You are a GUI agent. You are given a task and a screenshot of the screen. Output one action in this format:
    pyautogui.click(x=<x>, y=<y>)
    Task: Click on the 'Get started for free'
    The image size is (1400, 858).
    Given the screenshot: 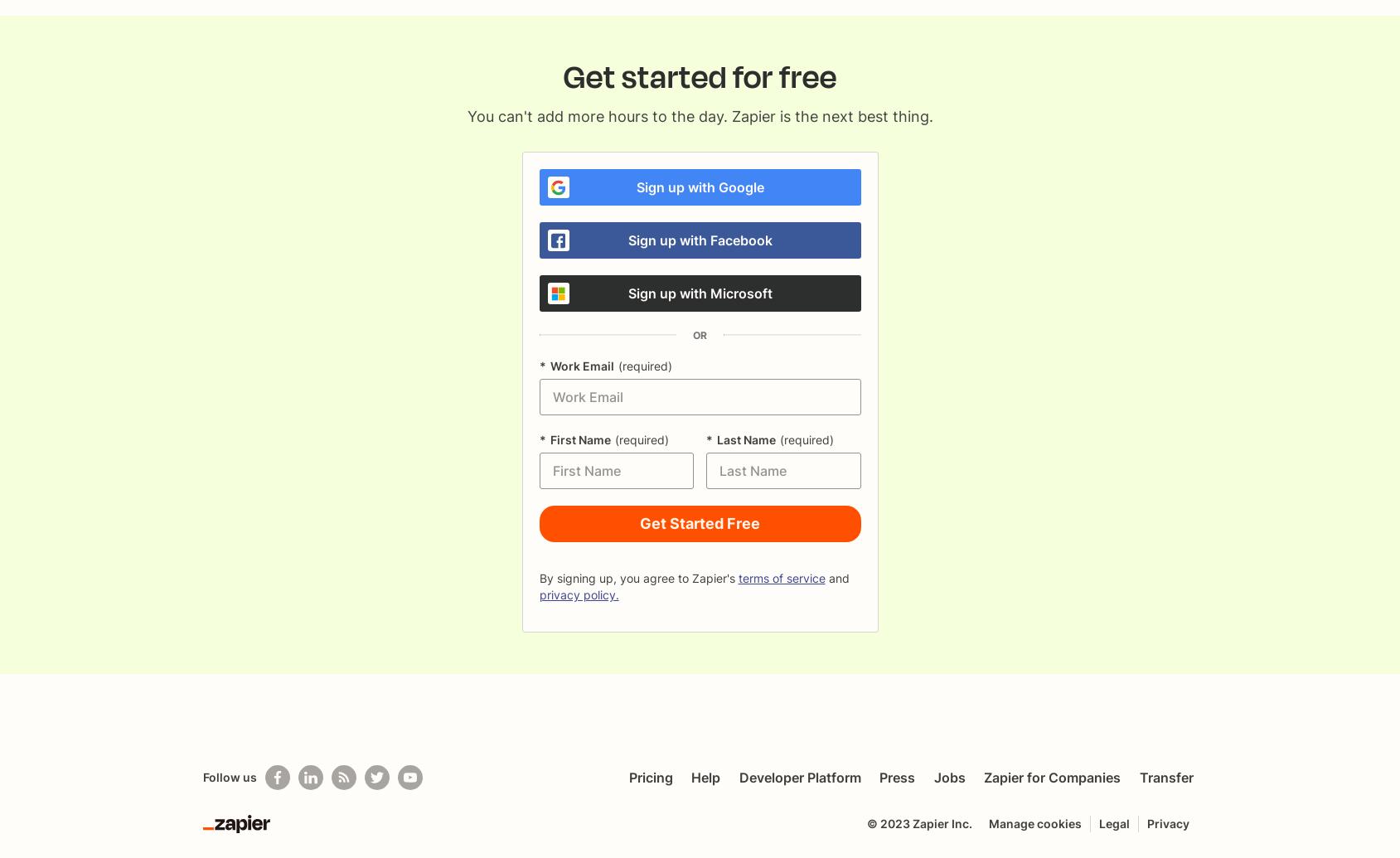 What is the action you would take?
    pyautogui.click(x=562, y=77)
    